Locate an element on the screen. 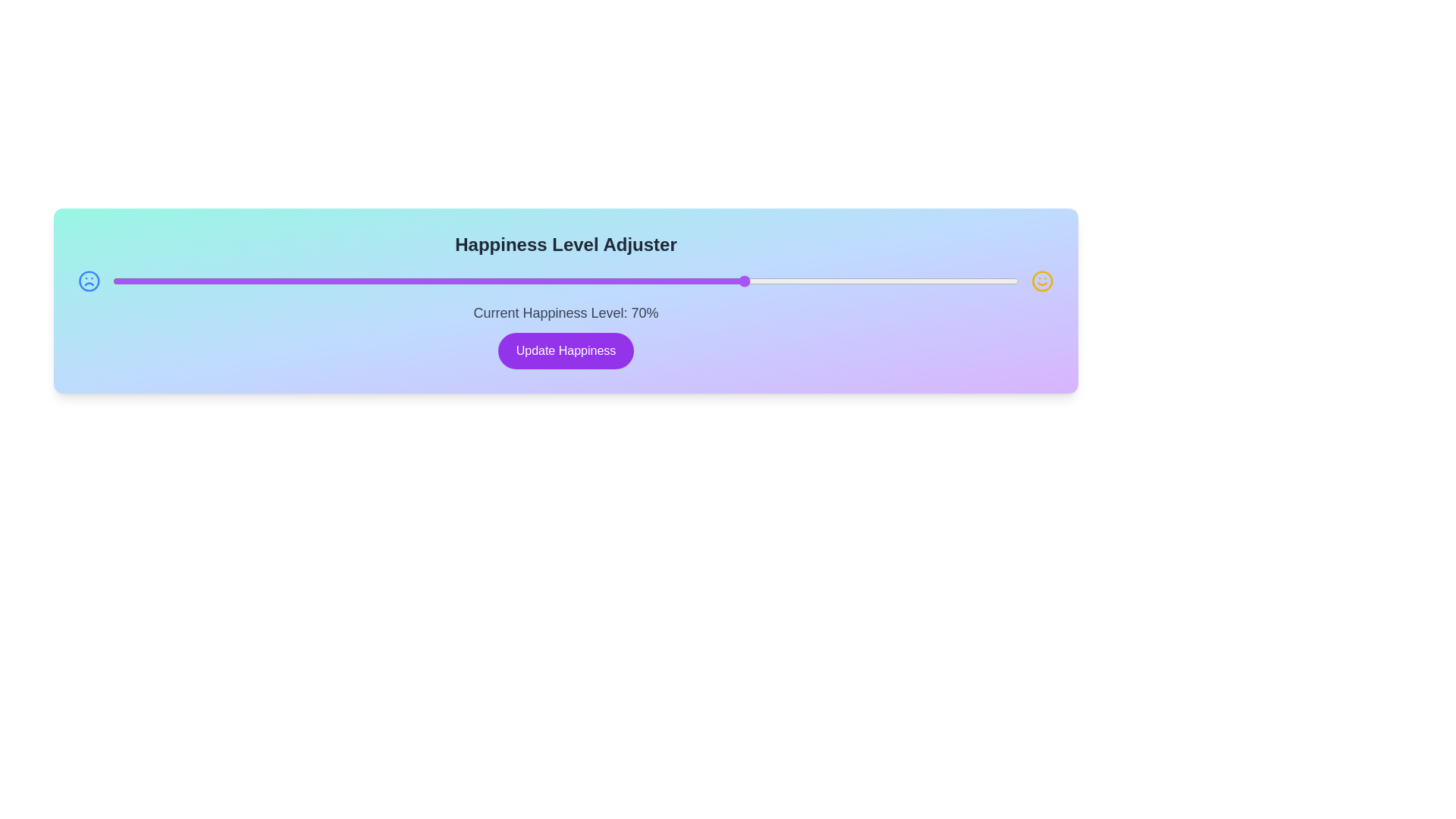 The width and height of the screenshot is (1456, 819). 'Update Happiness' button is located at coordinates (565, 350).